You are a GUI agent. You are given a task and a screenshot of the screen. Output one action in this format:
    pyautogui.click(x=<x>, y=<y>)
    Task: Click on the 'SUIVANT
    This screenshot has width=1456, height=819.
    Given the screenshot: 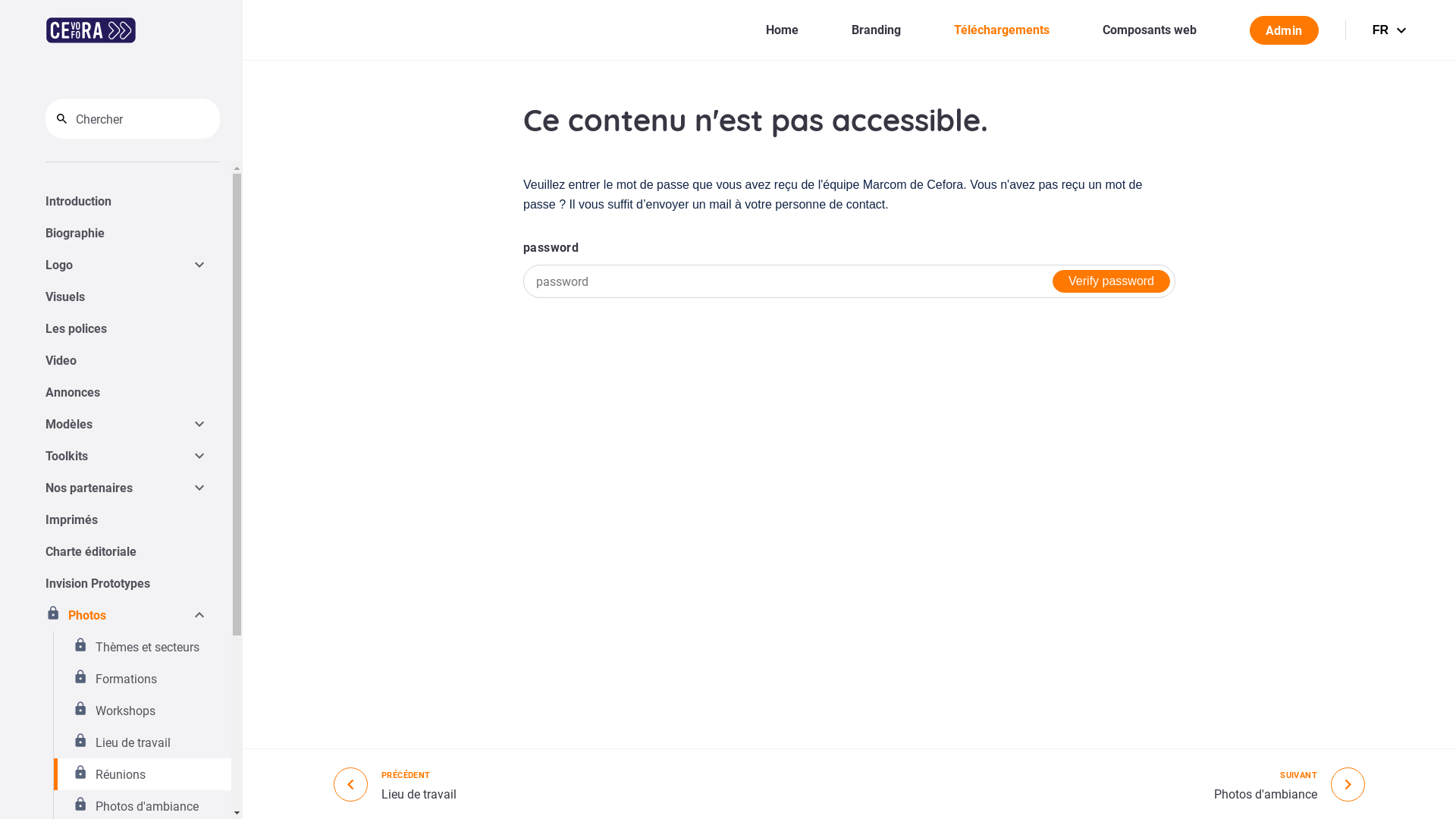 What is the action you would take?
    pyautogui.click(x=1288, y=783)
    